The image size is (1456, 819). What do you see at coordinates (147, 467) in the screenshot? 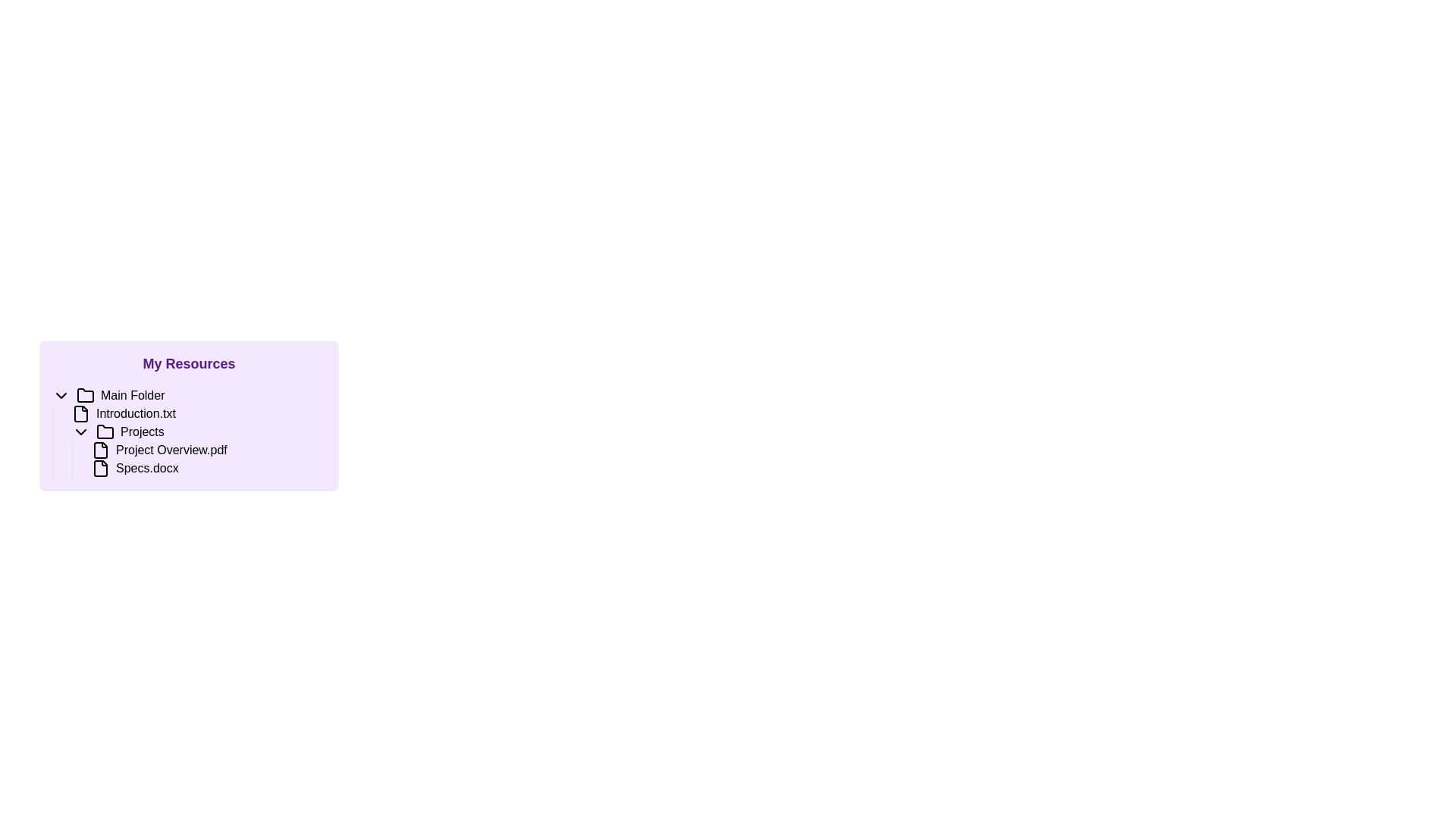
I see `the 'Specs.docx' label element` at bounding box center [147, 467].